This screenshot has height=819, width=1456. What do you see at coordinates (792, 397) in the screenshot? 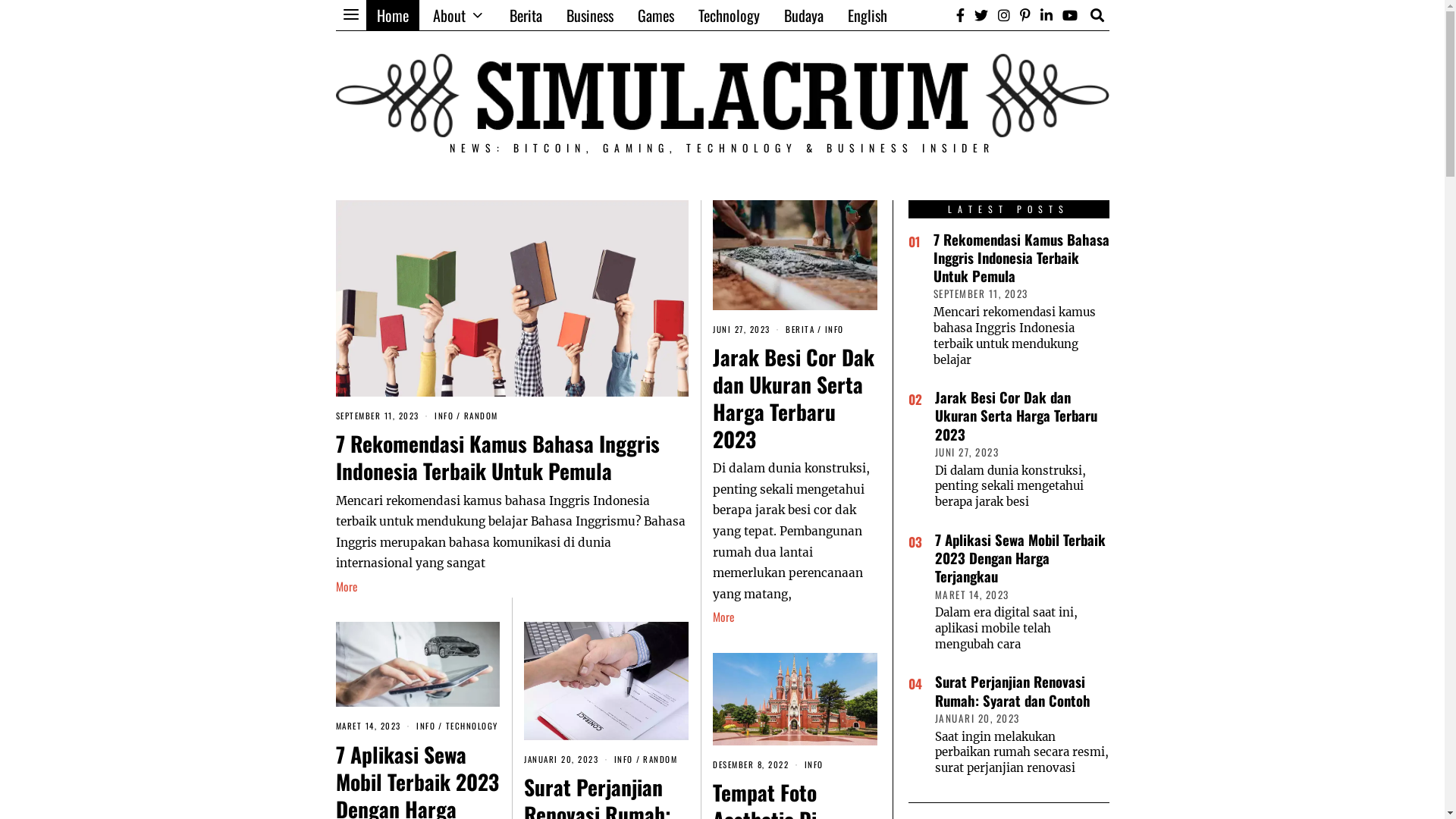
I see `'Jarak Besi Cor Dak dan Ukuran Serta Harga Terbaru 2023'` at bounding box center [792, 397].